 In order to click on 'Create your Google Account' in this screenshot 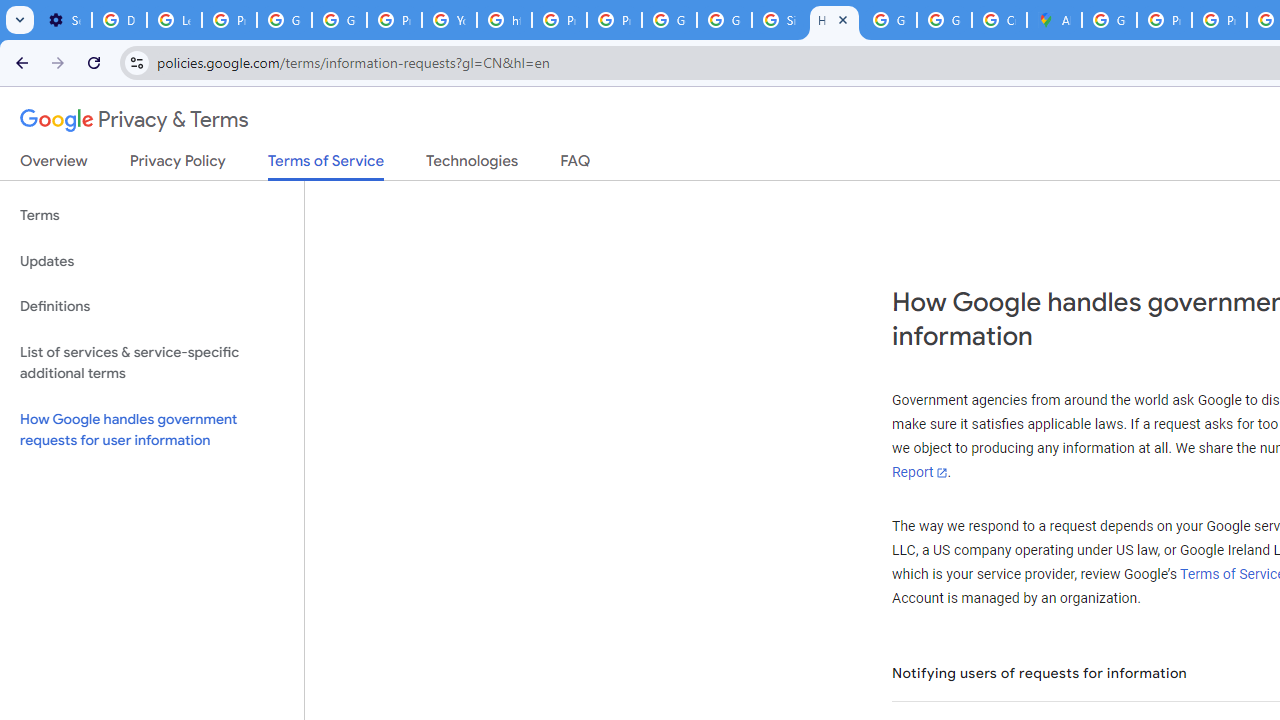, I will do `click(999, 20)`.